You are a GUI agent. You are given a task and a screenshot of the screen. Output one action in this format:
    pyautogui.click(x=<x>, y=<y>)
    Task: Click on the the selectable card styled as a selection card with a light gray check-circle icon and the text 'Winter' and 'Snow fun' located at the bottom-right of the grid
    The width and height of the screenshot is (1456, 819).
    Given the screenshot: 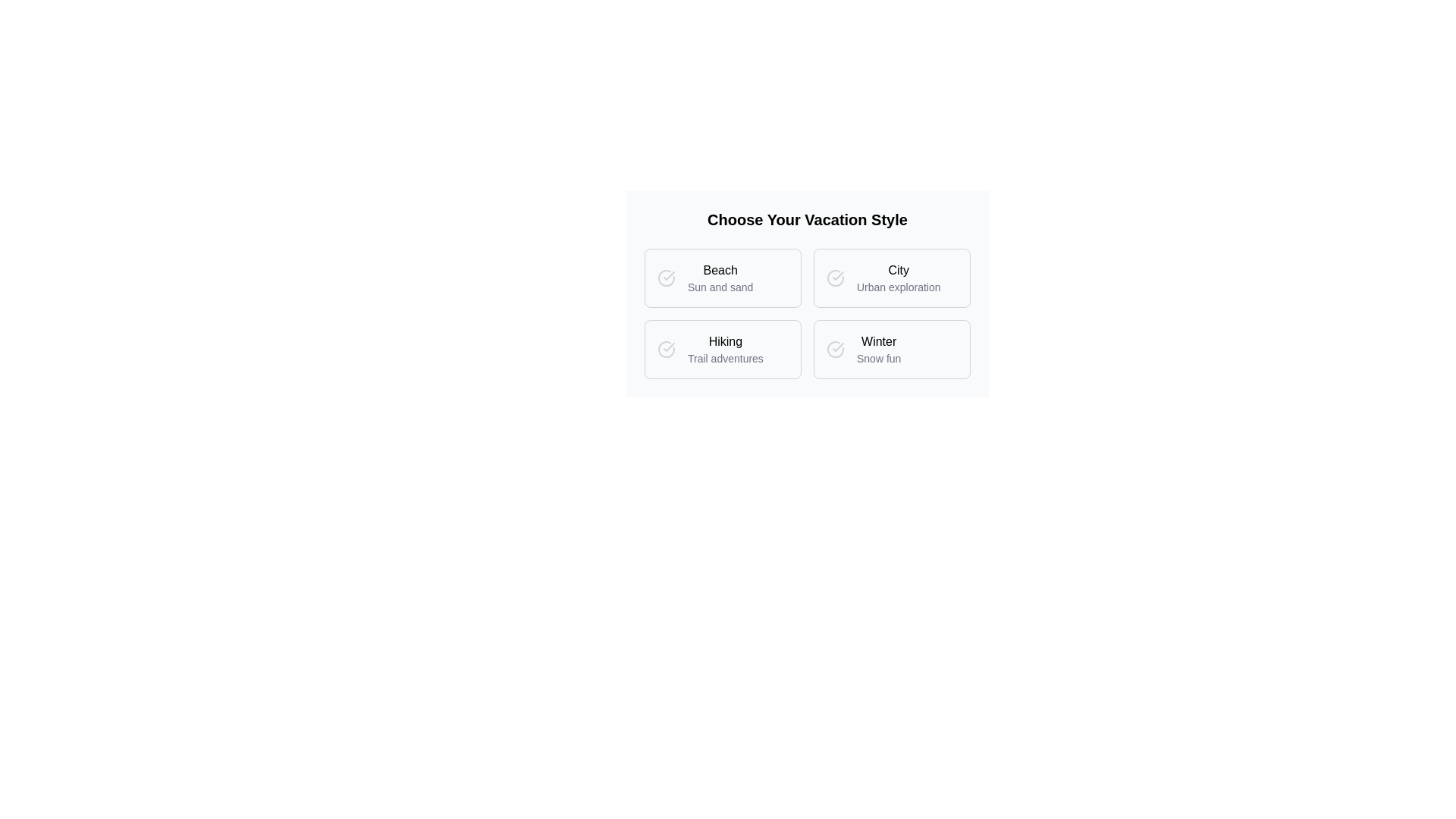 What is the action you would take?
    pyautogui.click(x=892, y=350)
    